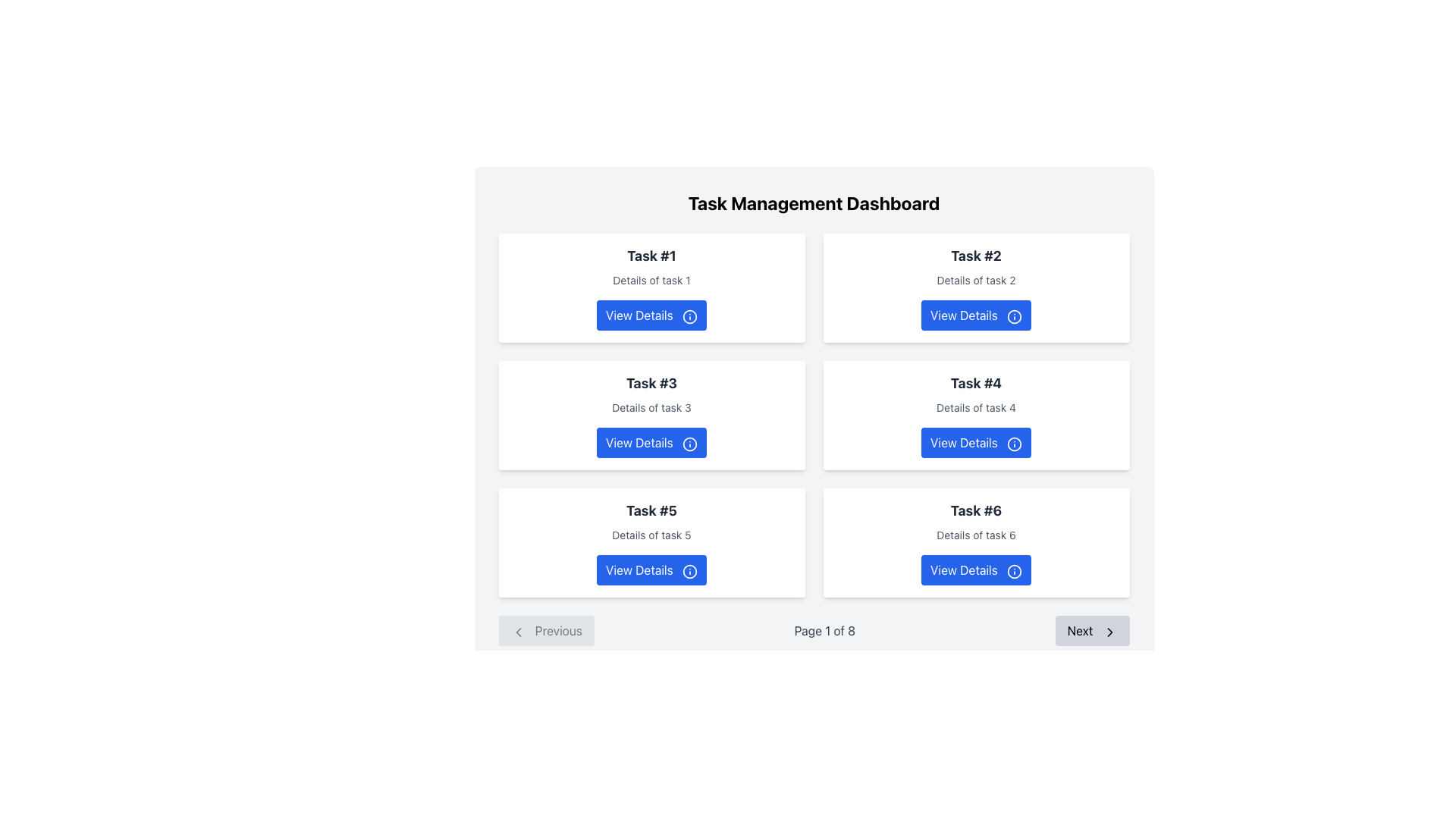 This screenshot has height=819, width=1456. What do you see at coordinates (689, 315) in the screenshot?
I see `the information icon inside the 'View Details' button located under the 'Task #1' card section in the dashboard` at bounding box center [689, 315].